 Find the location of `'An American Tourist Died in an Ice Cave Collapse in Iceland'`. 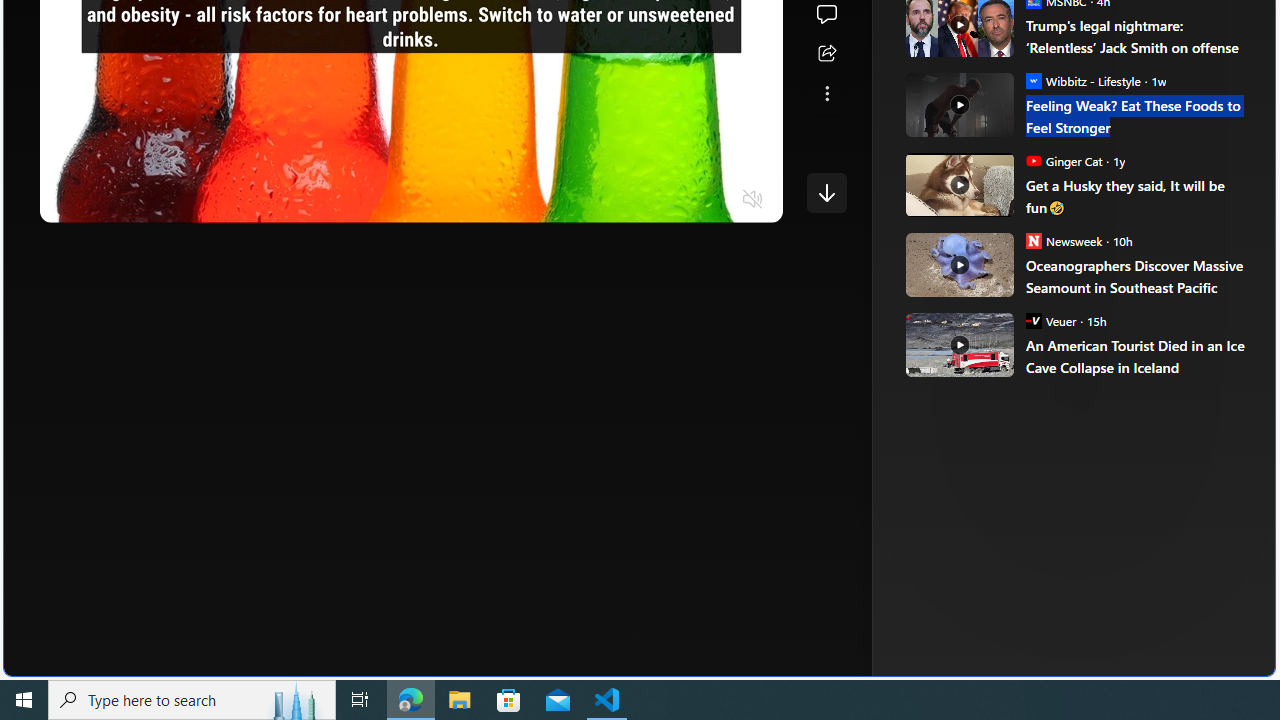

'An American Tourist Died in an Ice Cave Collapse in Iceland' is located at coordinates (1136, 355).